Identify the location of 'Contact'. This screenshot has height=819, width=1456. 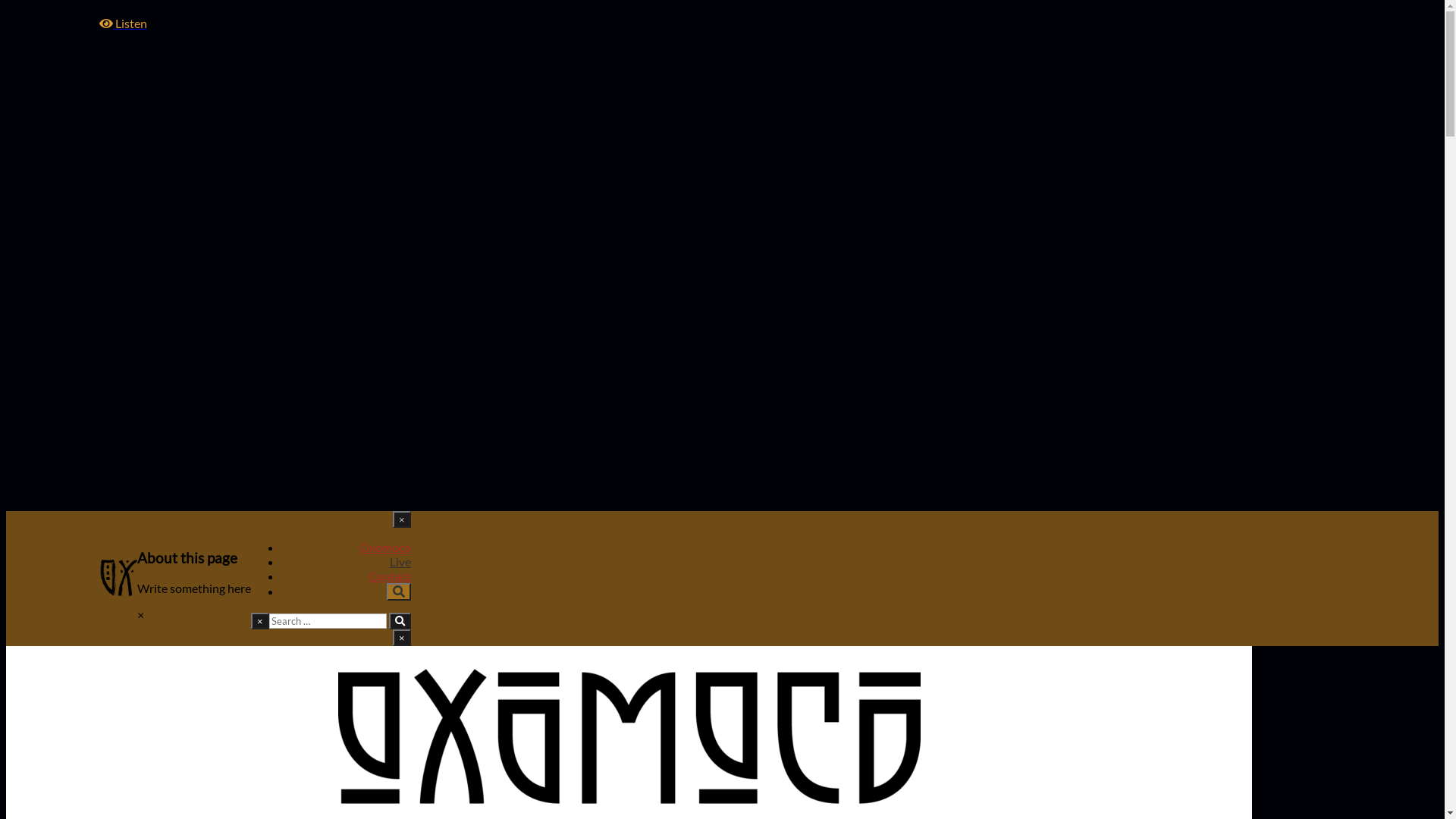
(389, 576).